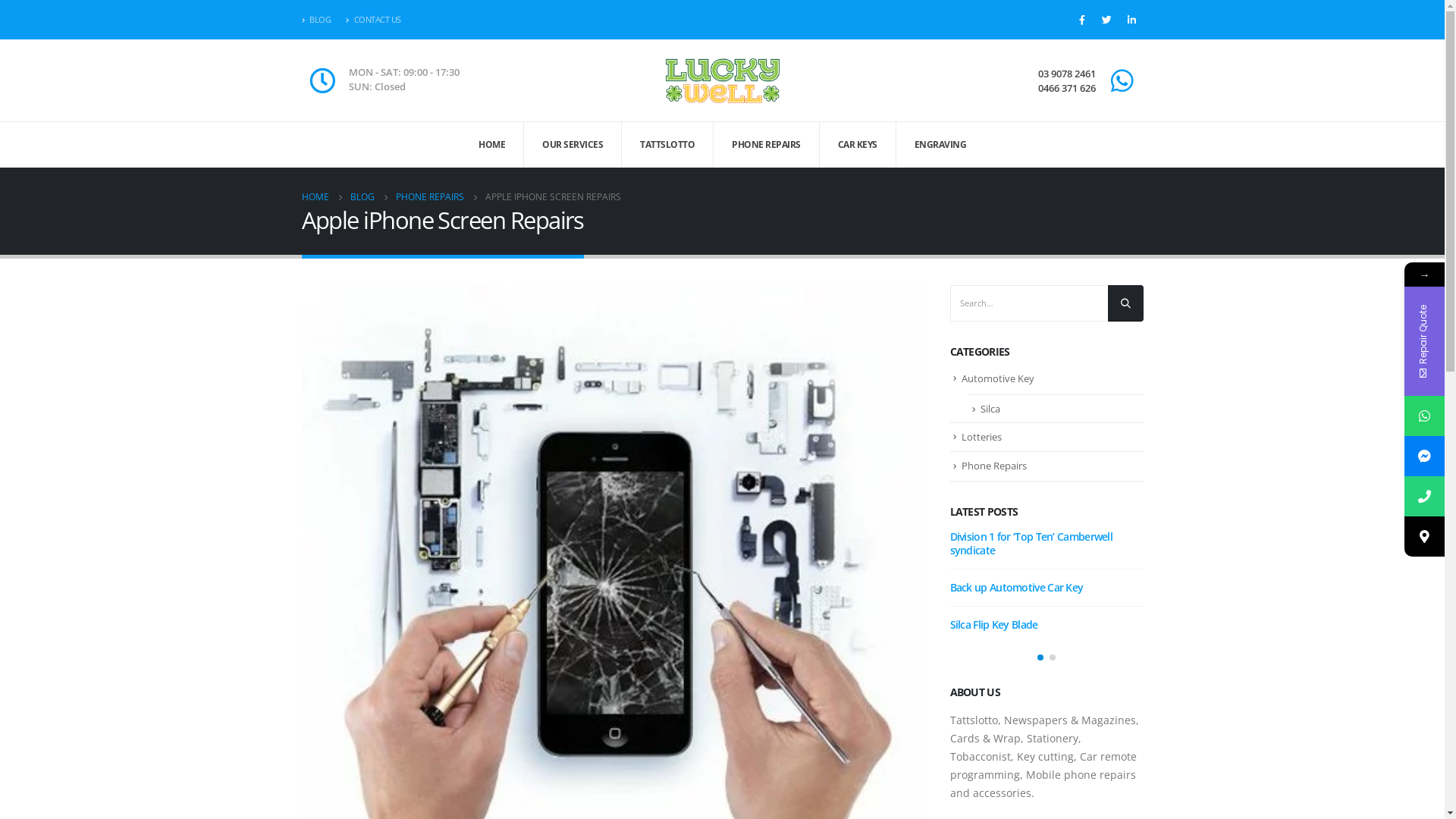 This screenshot has height=819, width=1456. Describe the element at coordinates (1131, 20) in the screenshot. I see `'LinkedIn'` at that location.